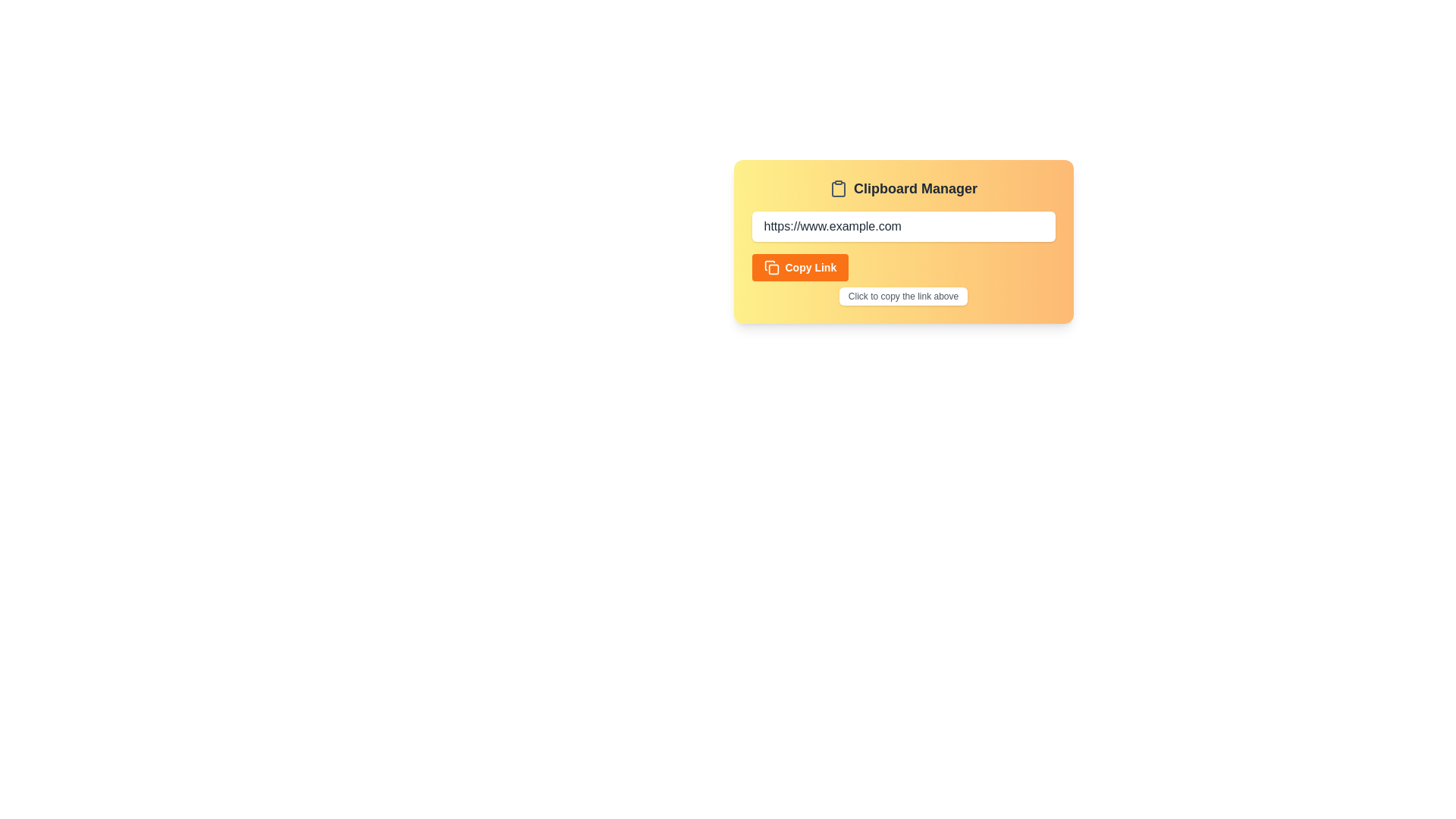 This screenshot has width=1456, height=819. What do you see at coordinates (903, 296) in the screenshot?
I see `the informative text element located below the 'Copy Link' button` at bounding box center [903, 296].